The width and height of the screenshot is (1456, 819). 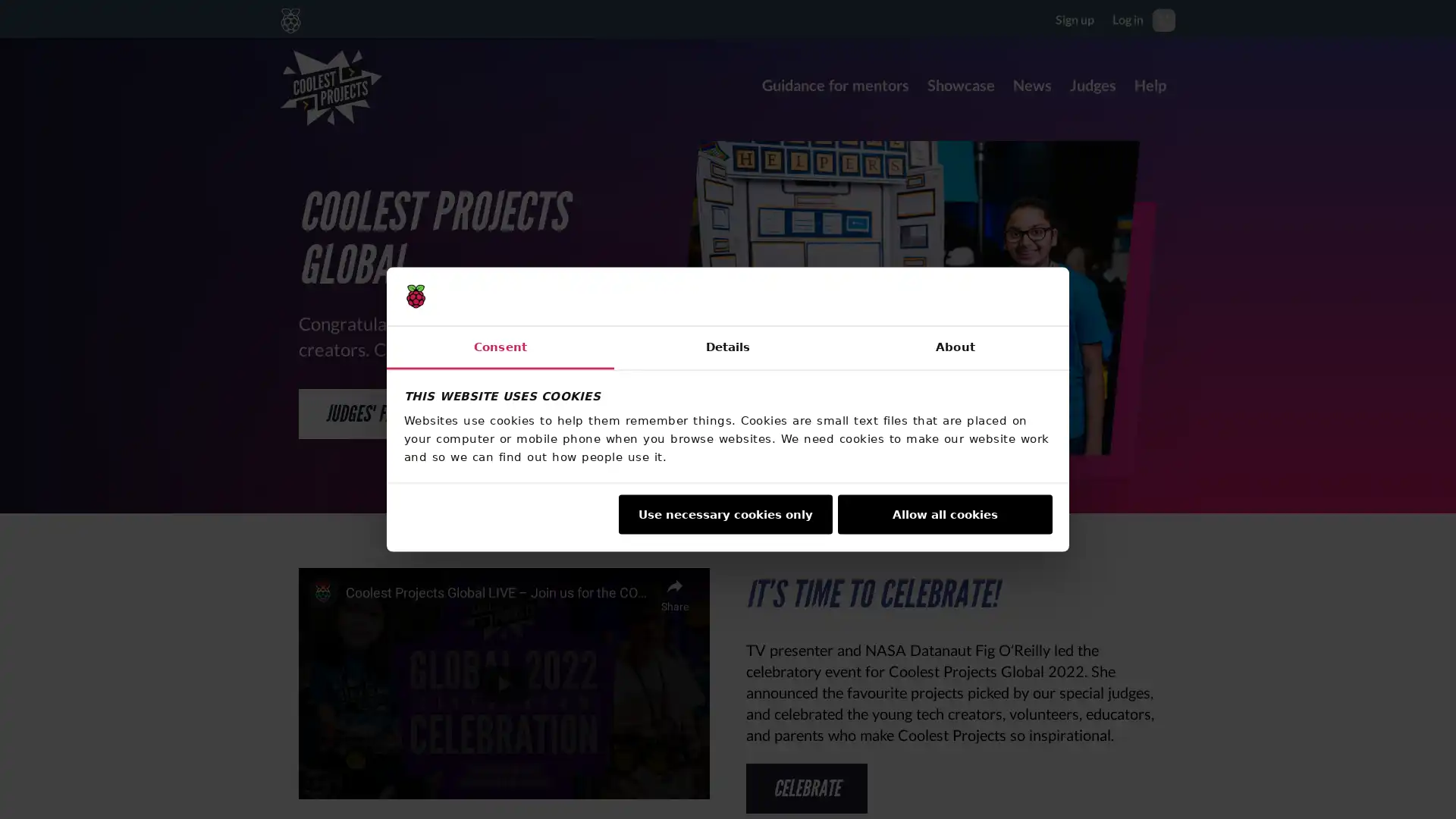 What do you see at coordinates (1074, 18) in the screenshot?
I see `Sign up` at bounding box center [1074, 18].